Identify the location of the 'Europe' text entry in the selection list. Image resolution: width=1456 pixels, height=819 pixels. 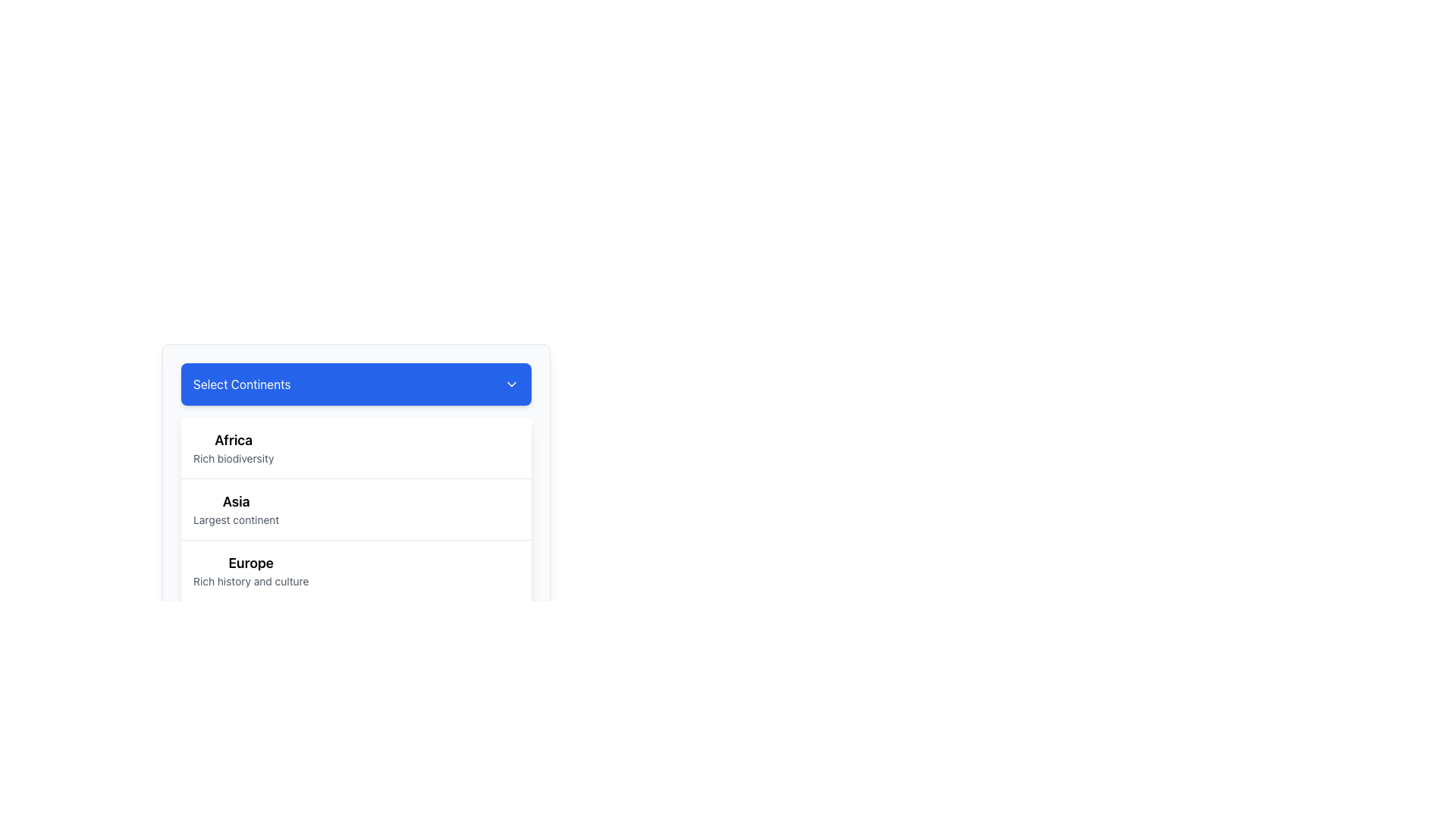
(251, 570).